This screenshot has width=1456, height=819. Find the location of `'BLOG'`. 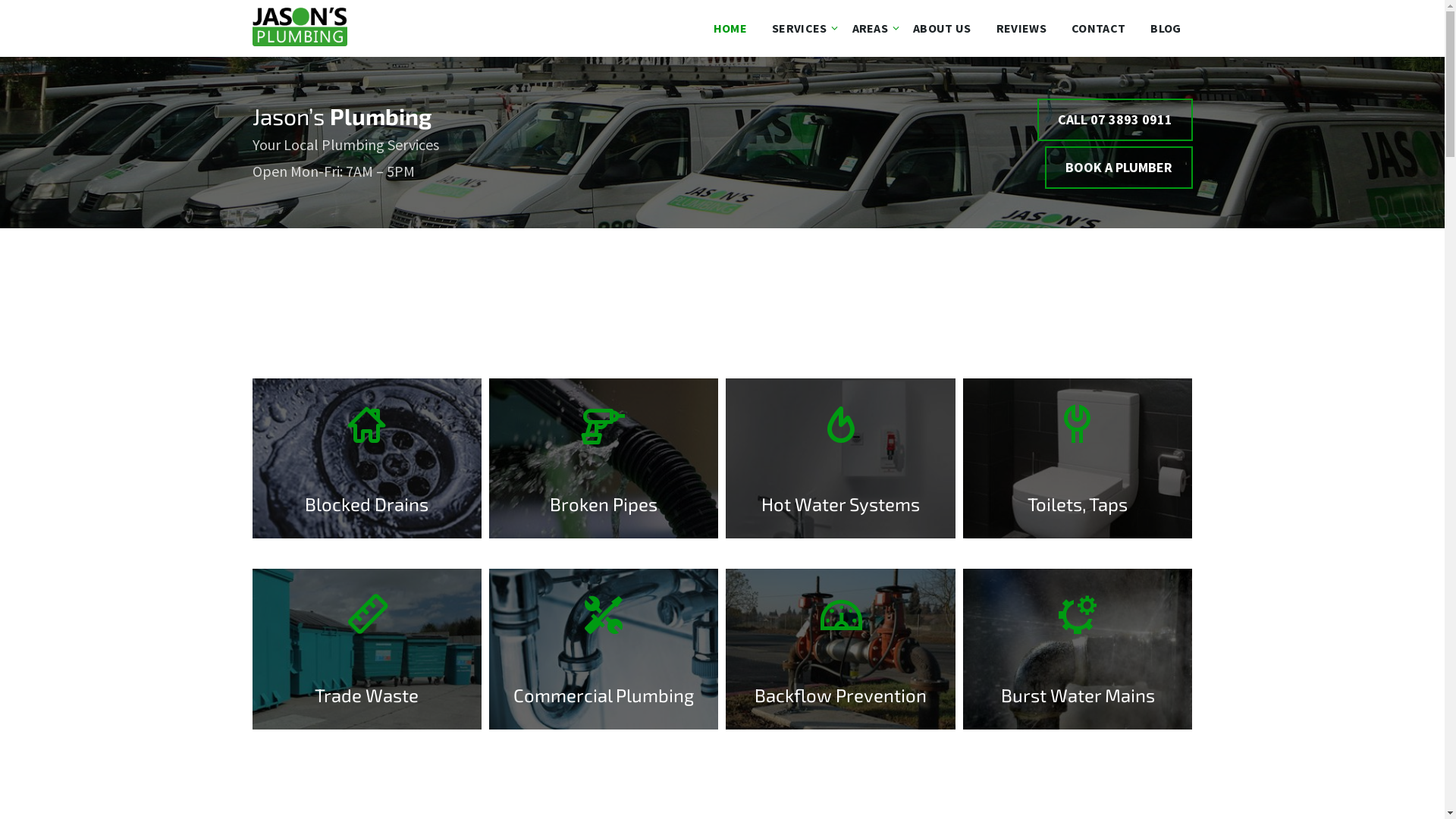

'BLOG' is located at coordinates (1164, 28).